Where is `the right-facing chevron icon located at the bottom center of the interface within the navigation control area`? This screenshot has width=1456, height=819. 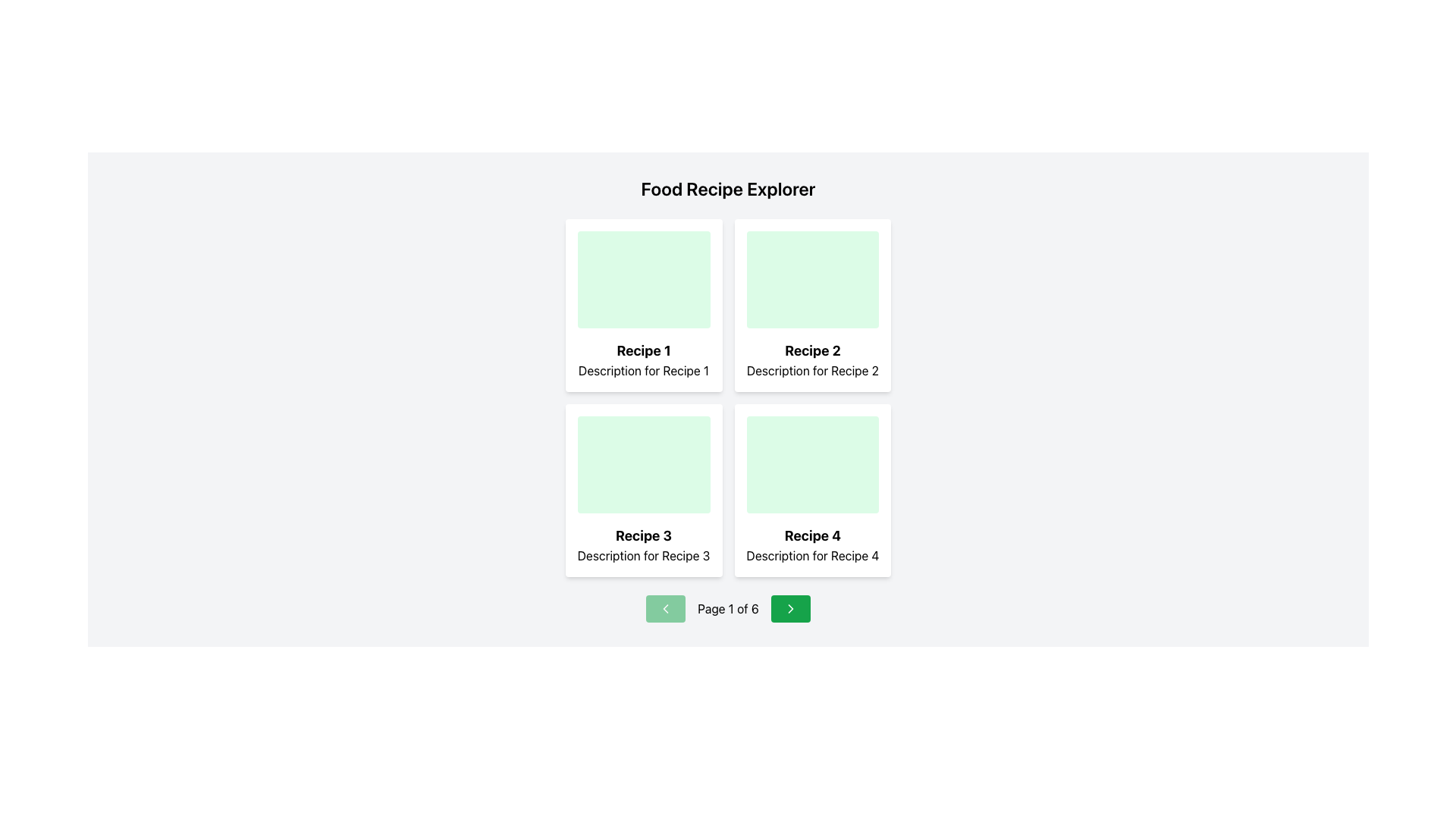
the right-facing chevron icon located at the bottom center of the interface within the navigation control area is located at coordinates (789, 607).